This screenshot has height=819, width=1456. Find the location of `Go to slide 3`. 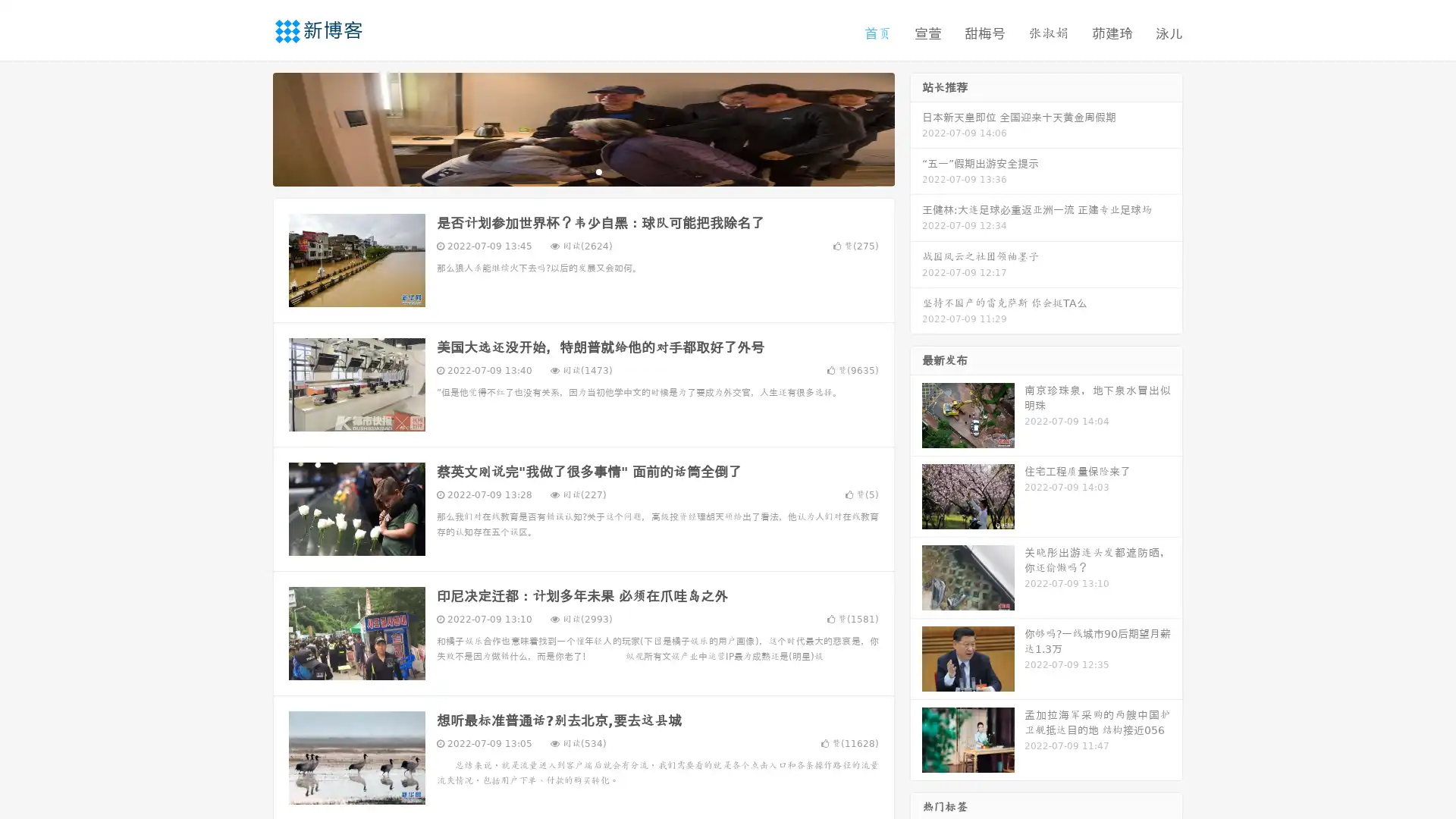

Go to slide 3 is located at coordinates (598, 171).